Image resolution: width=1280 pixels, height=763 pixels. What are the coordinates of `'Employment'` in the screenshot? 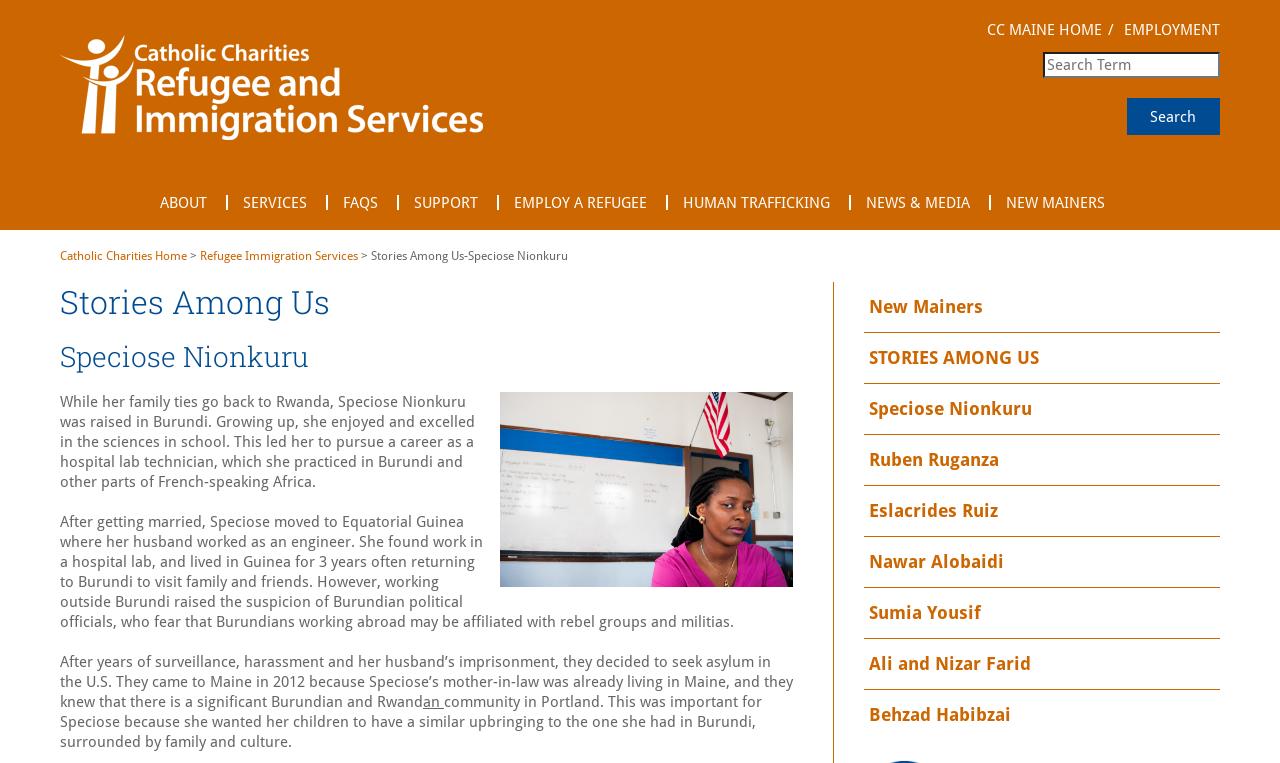 It's located at (1170, 28).